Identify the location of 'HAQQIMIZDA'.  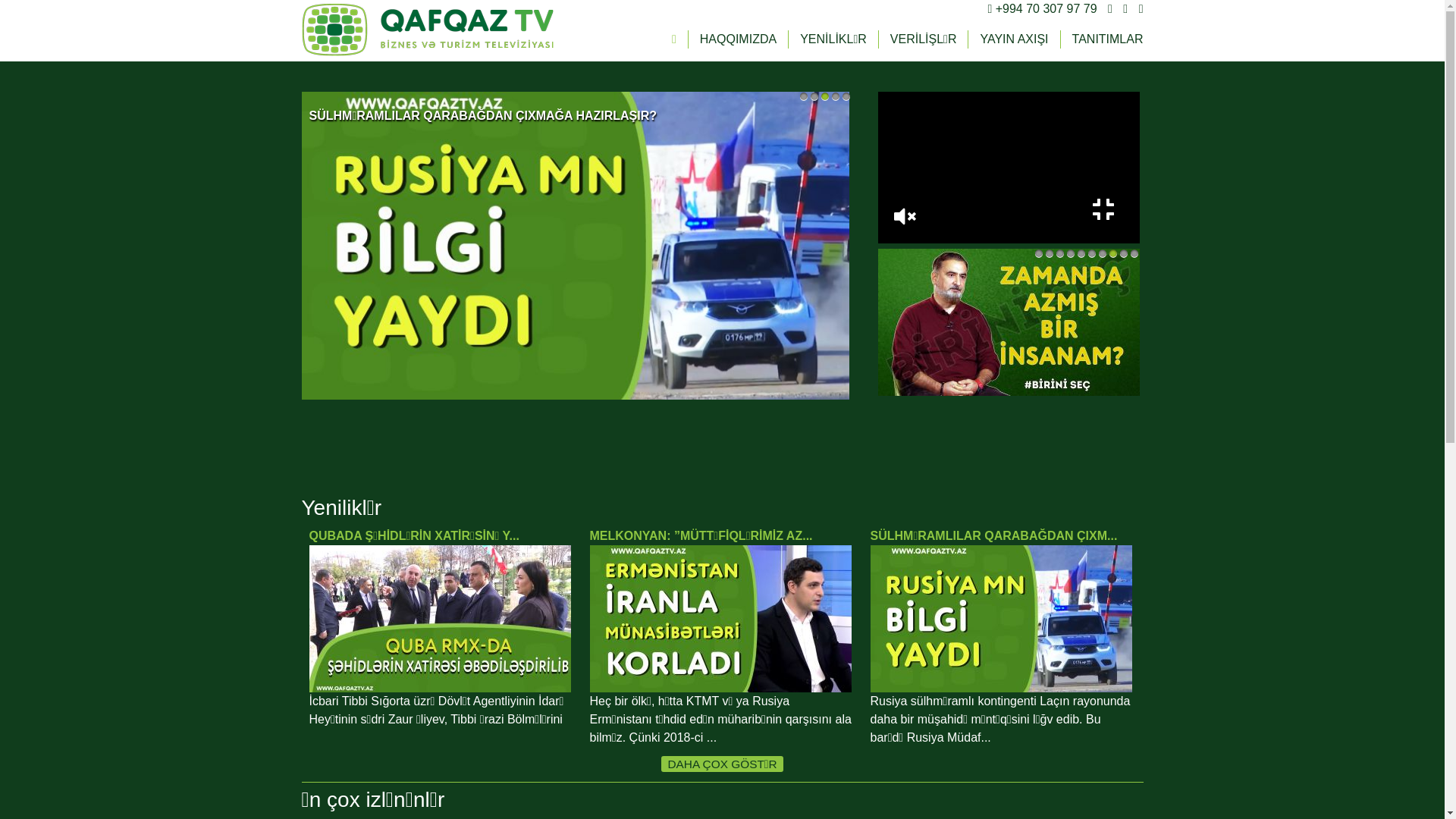
(738, 38).